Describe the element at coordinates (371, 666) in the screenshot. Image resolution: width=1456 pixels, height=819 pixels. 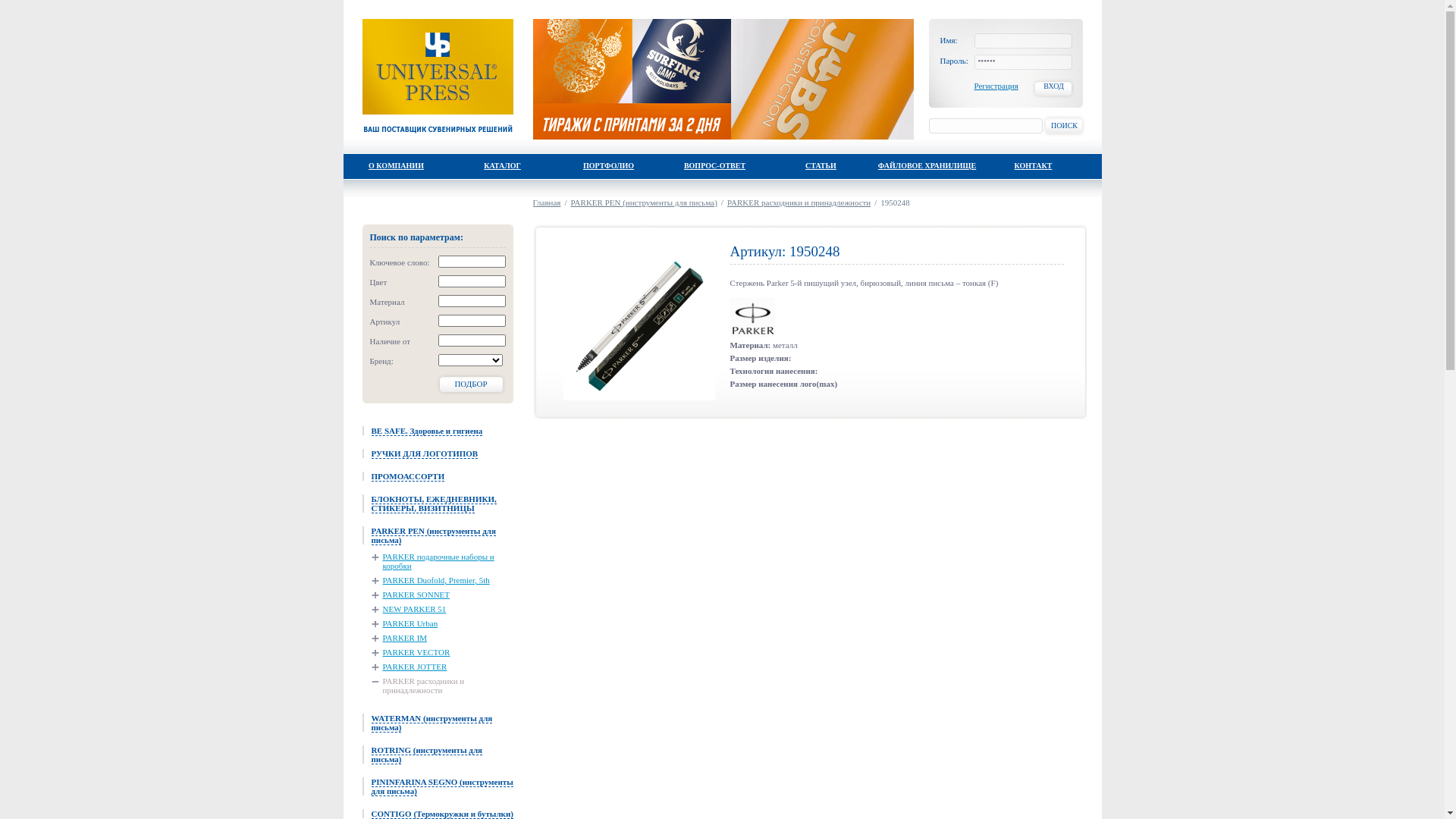
I see `'PARKER JOTTER'` at that location.